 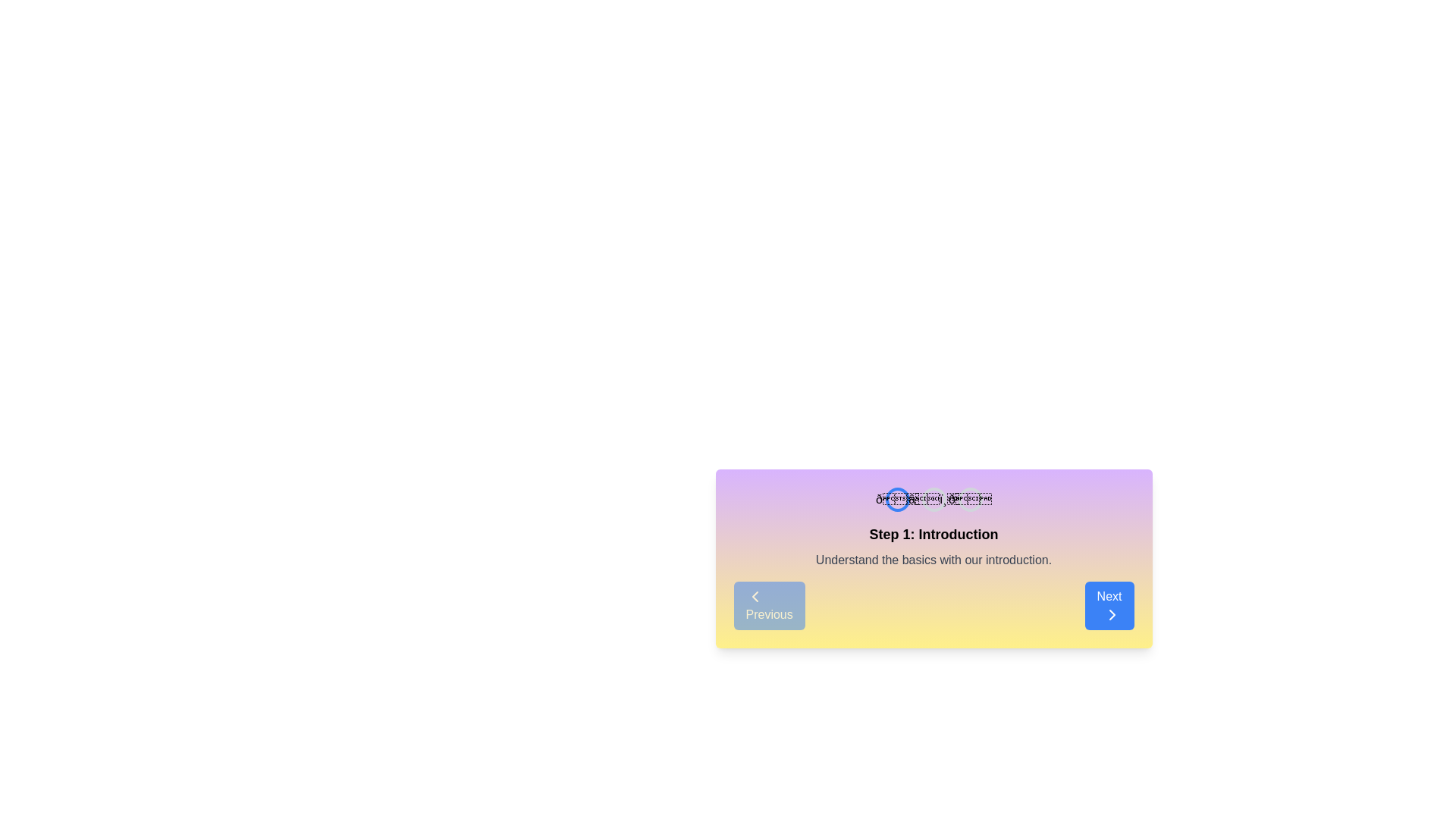 I want to click on the circular gear icon located above the section titled 'Step 1: Introduction', so click(x=933, y=500).